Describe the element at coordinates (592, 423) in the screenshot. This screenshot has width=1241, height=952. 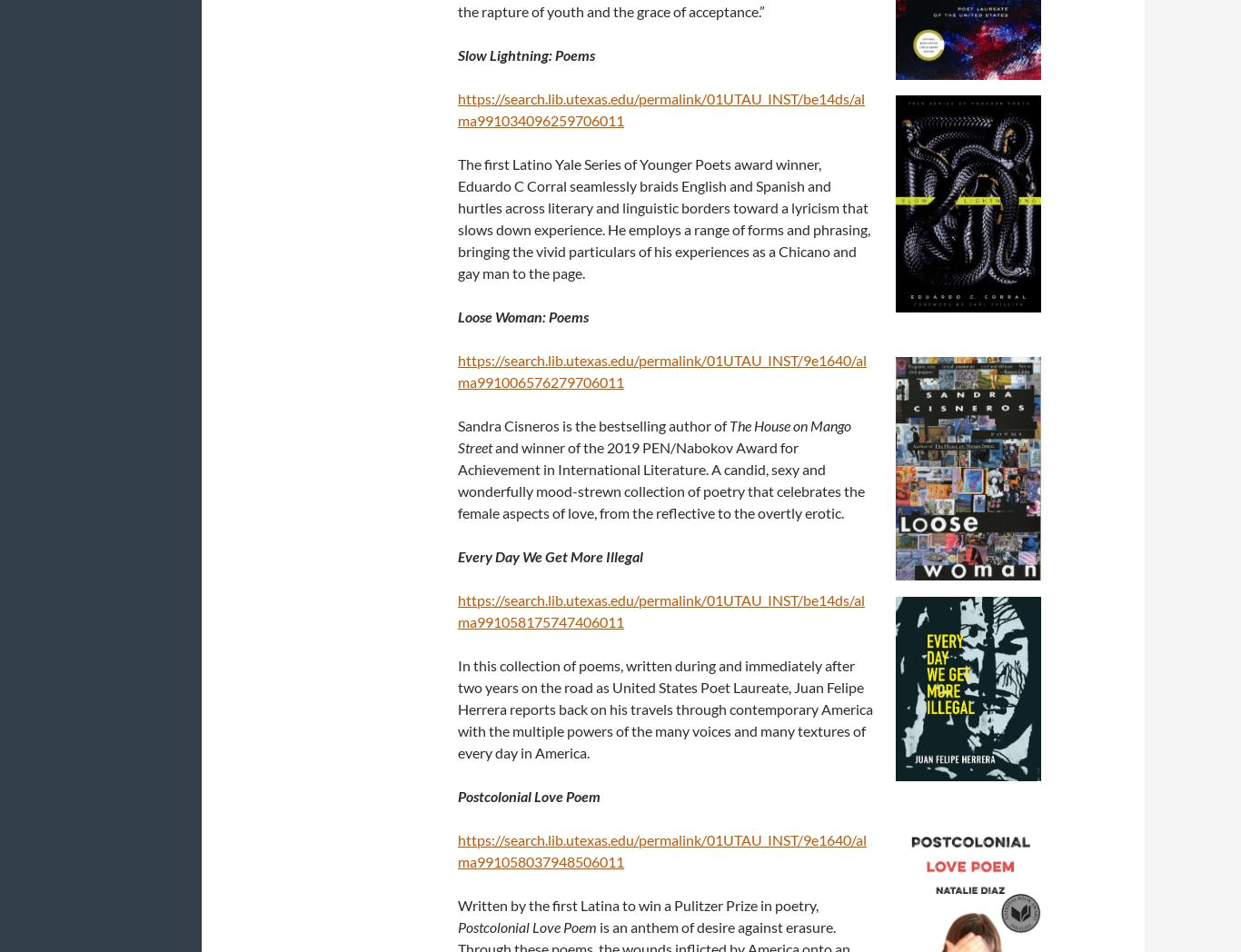
I see `'Sandra Cisneros is the bestselling author of'` at that location.